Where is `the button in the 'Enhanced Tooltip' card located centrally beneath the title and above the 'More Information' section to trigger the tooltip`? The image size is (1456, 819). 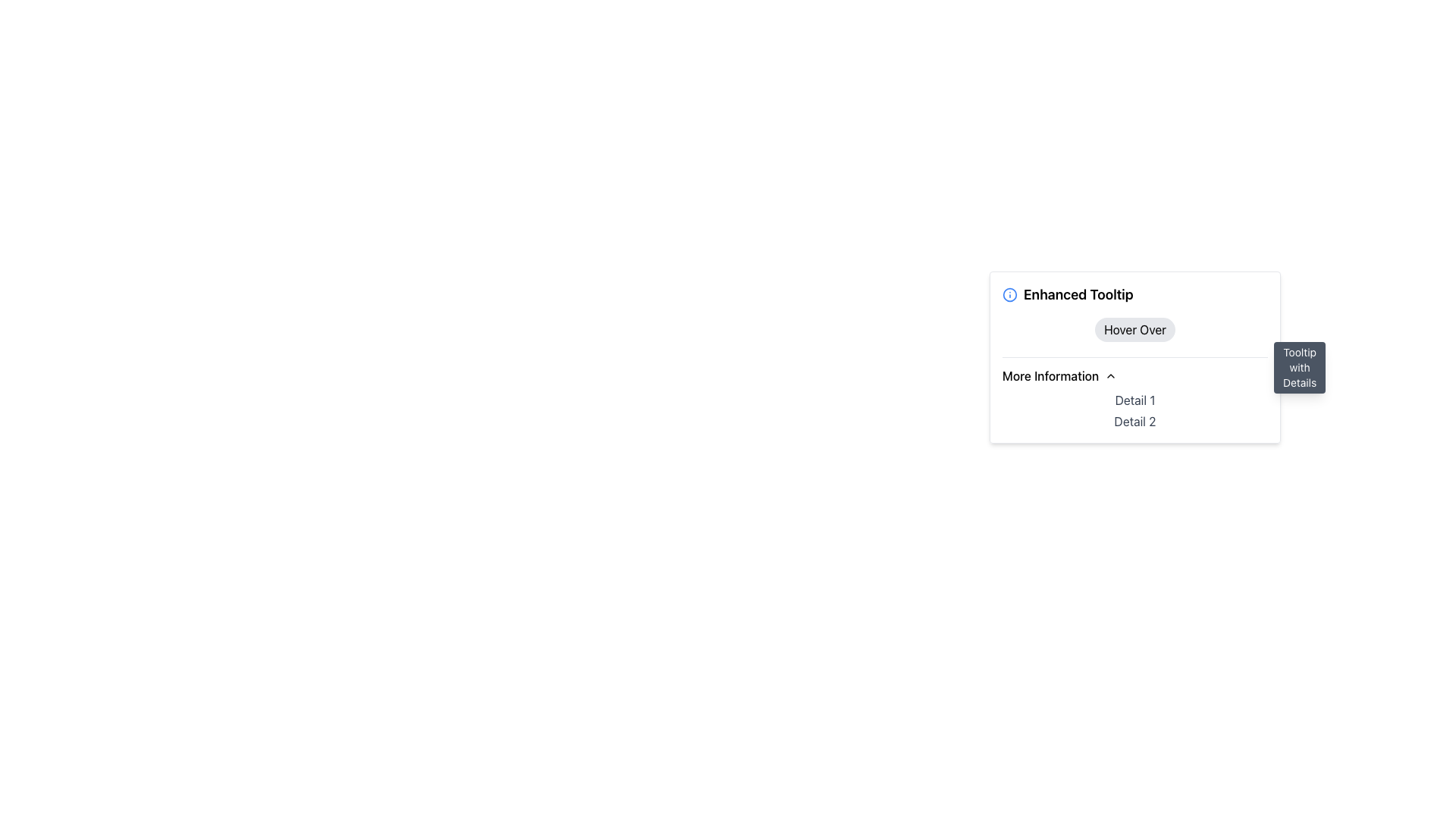 the button in the 'Enhanced Tooltip' card located centrally beneath the title and above the 'More Information' section to trigger the tooltip is located at coordinates (1135, 329).